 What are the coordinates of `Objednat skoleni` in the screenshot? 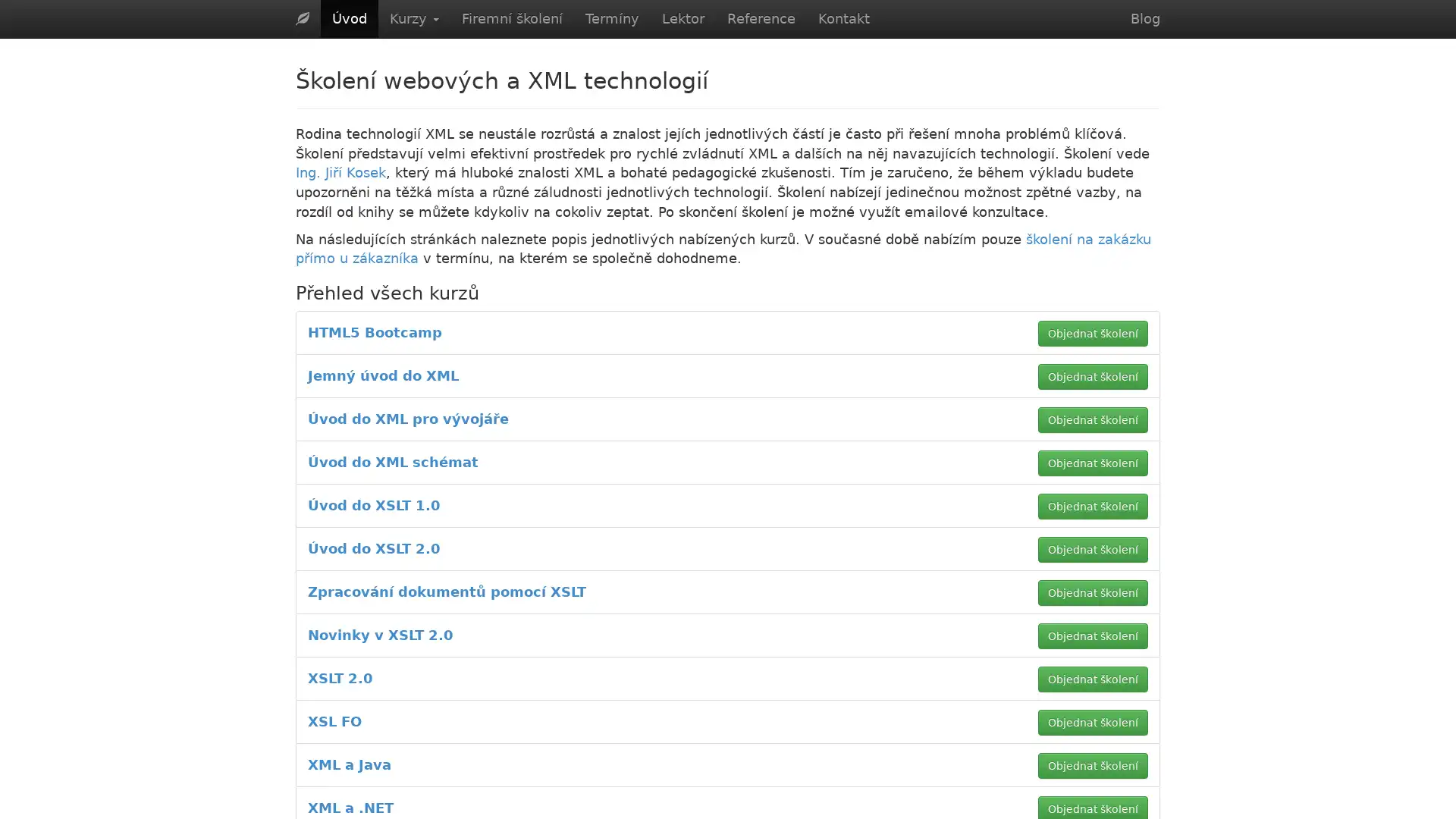 It's located at (1093, 550).